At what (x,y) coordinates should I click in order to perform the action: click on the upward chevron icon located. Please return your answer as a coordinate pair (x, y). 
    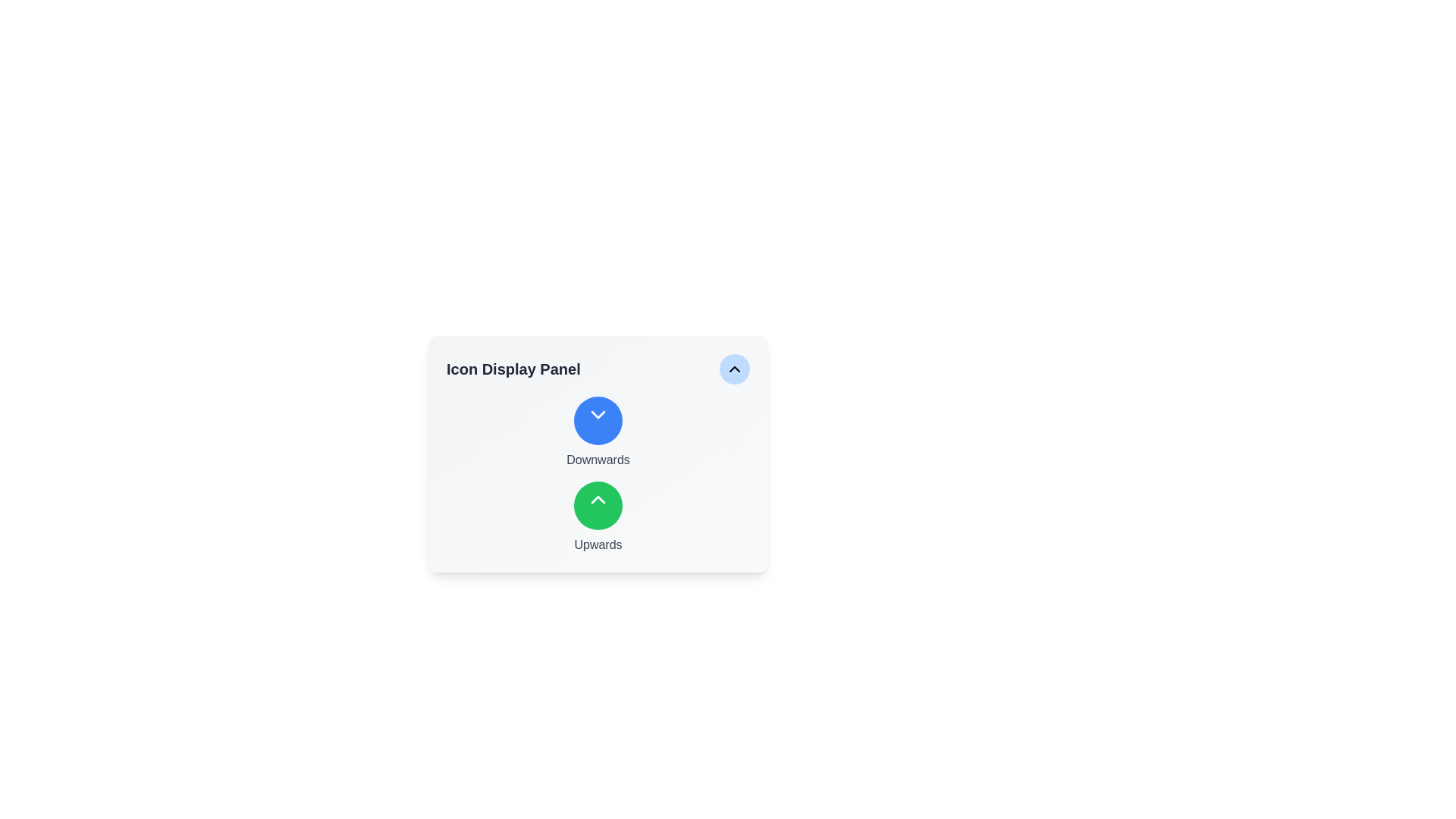
    Looking at the image, I should click on (735, 369).